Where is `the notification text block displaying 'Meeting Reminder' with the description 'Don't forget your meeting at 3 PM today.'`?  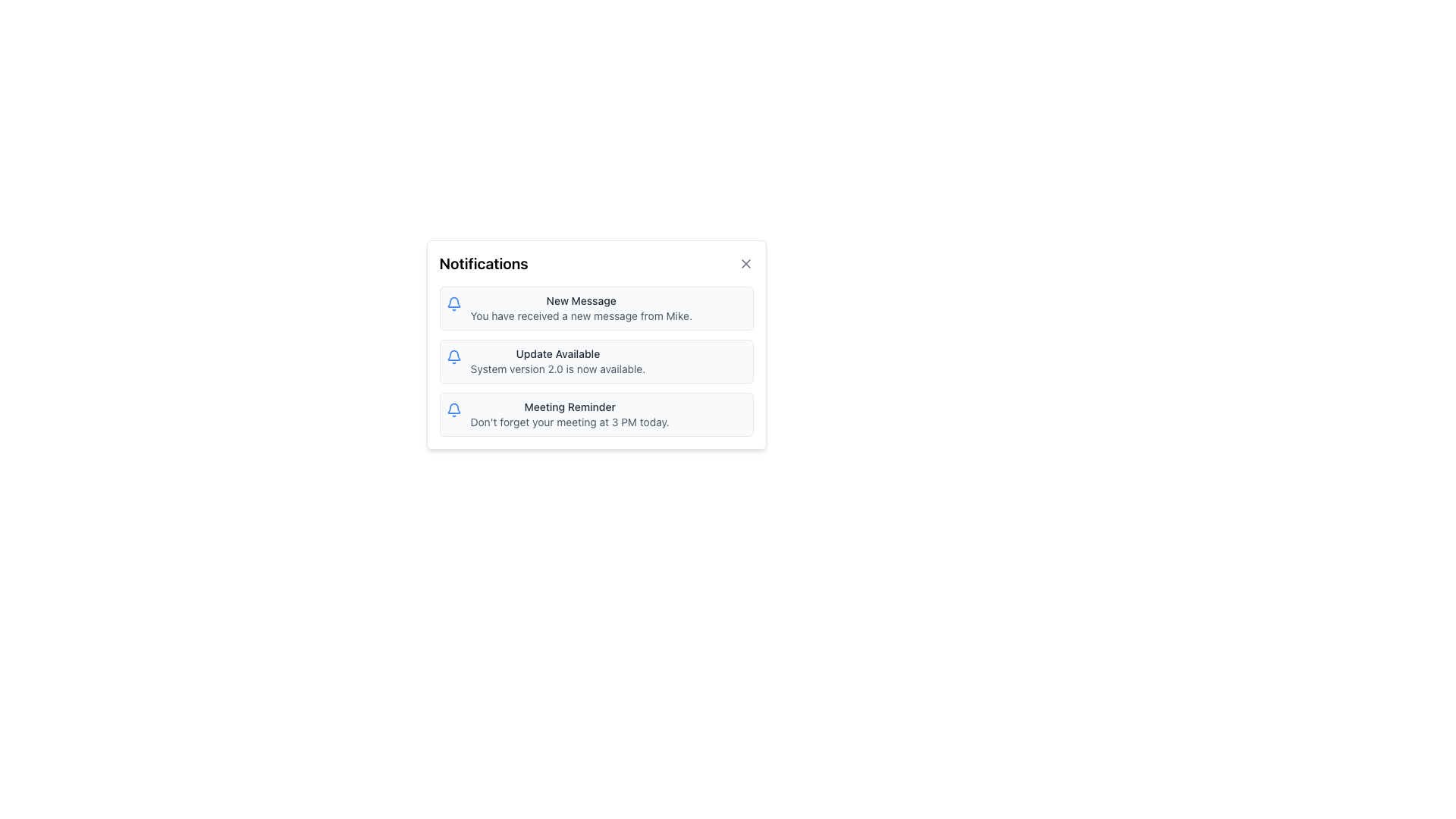
the notification text block displaying 'Meeting Reminder' with the description 'Don't forget your meeting at 3 PM today.' is located at coordinates (569, 415).